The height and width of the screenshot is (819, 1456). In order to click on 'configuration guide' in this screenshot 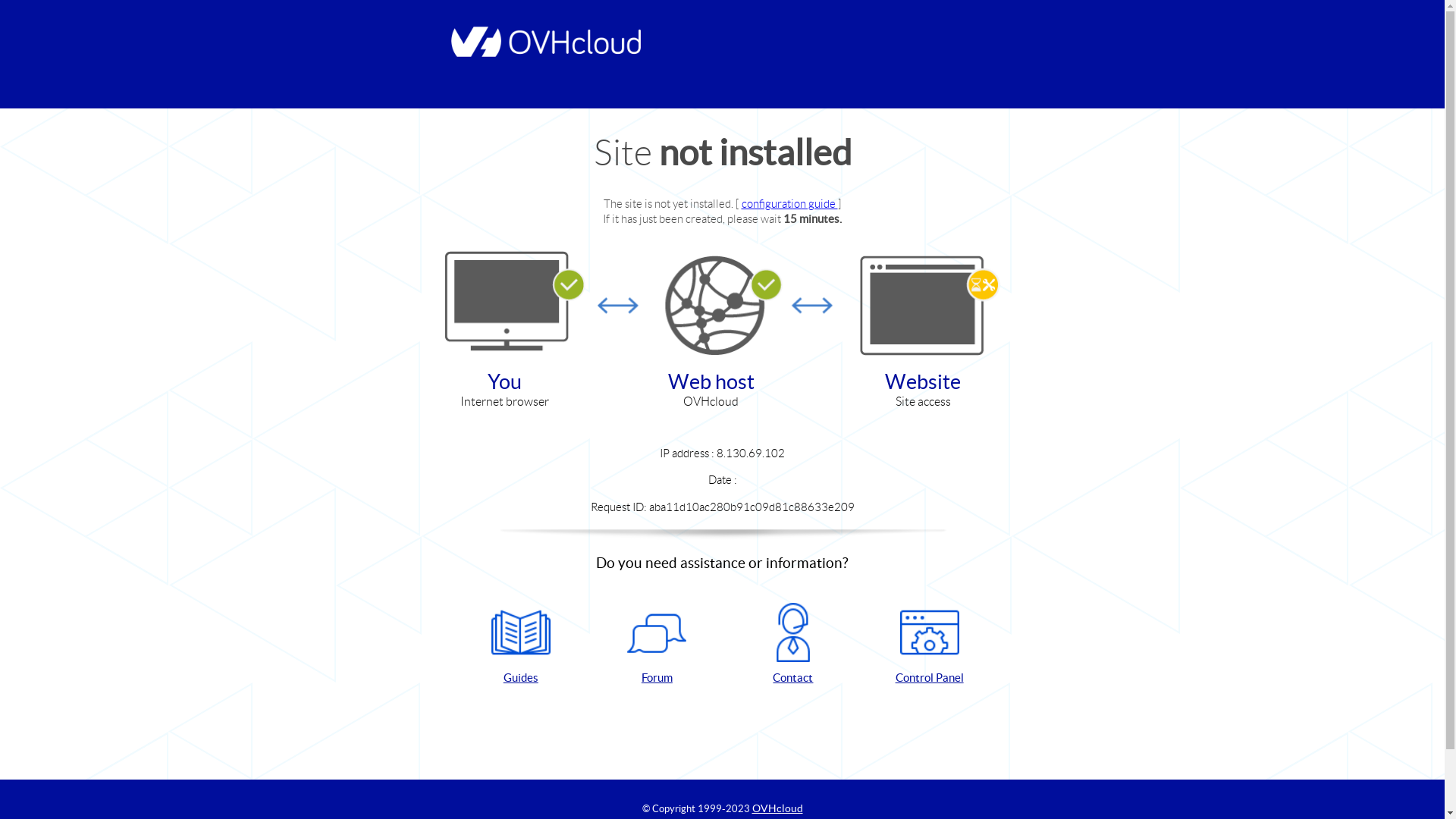, I will do `click(789, 202)`.